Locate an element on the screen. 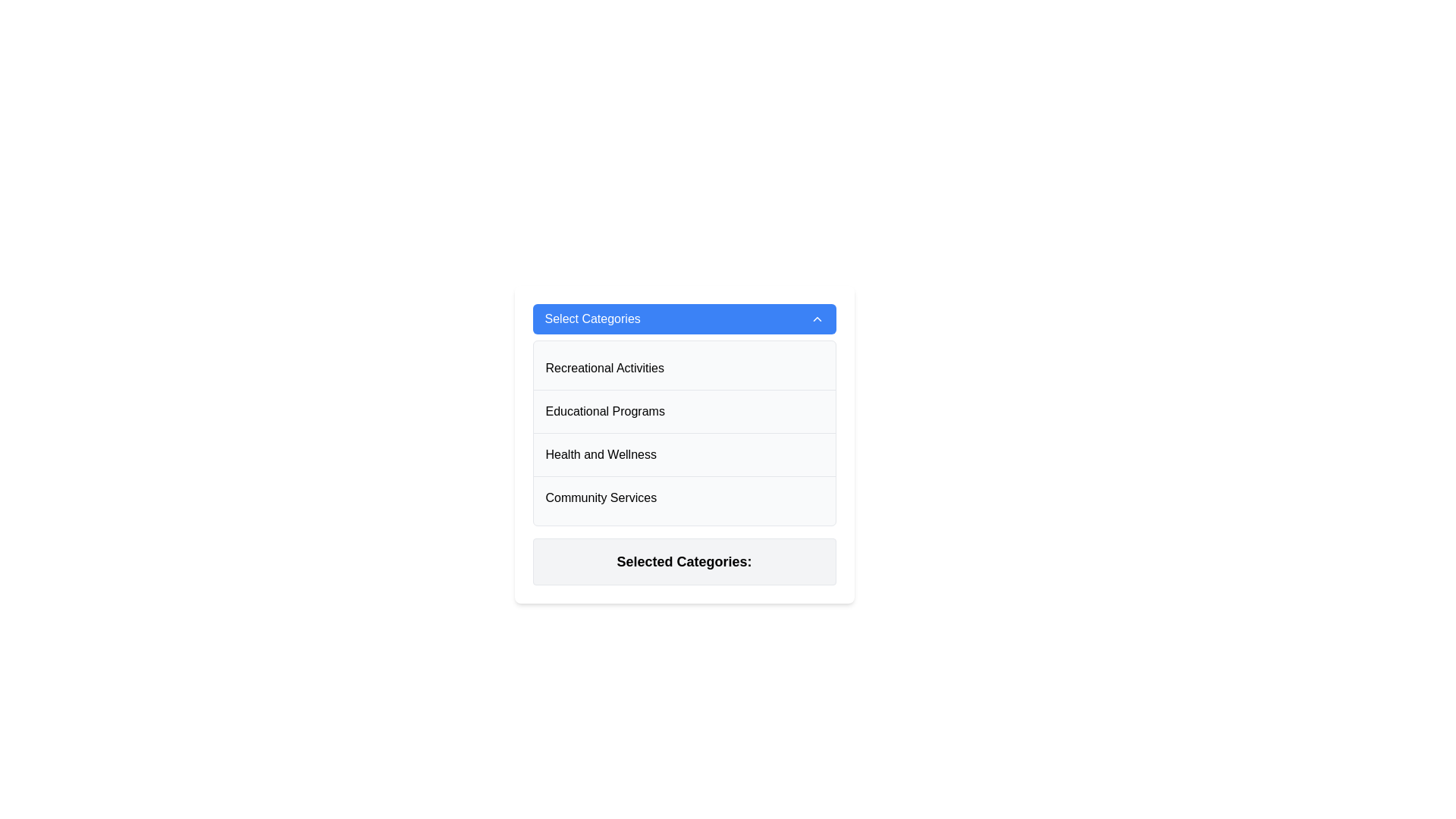 The image size is (1456, 819). the 'Select Categories' text label is located at coordinates (591, 318).